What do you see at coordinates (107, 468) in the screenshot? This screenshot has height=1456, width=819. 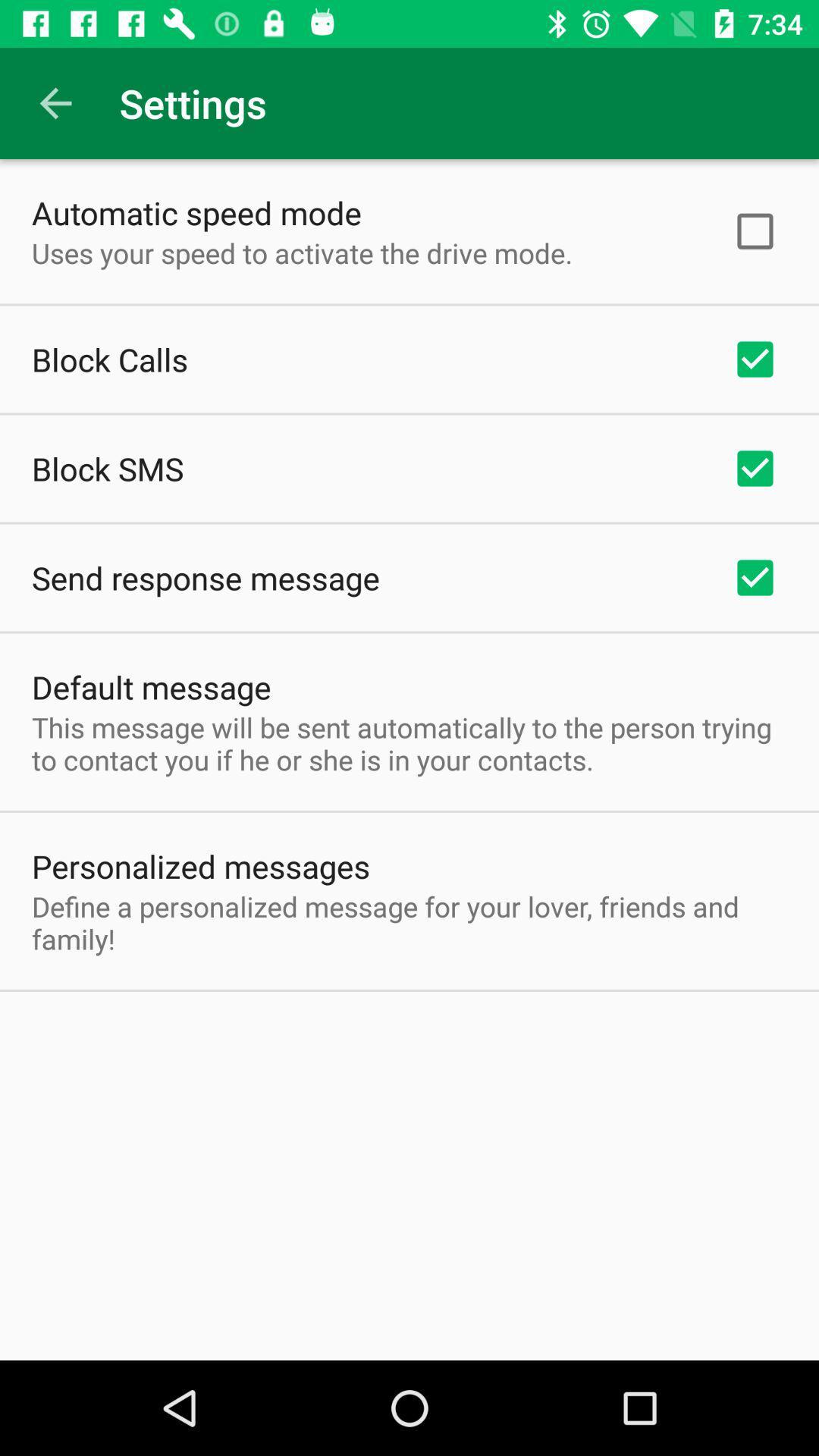 I see `item below block calls app` at bounding box center [107, 468].